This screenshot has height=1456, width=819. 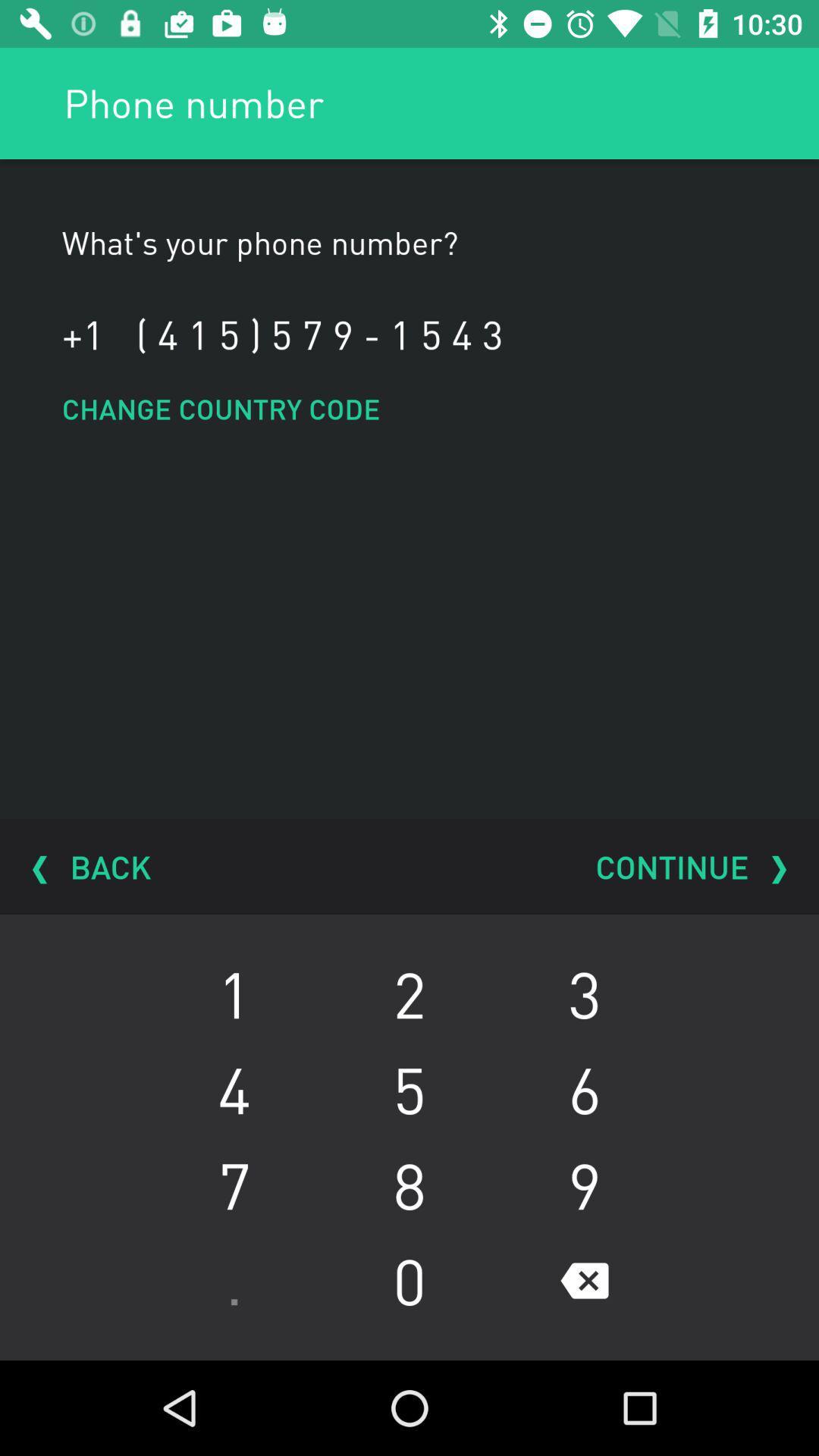 I want to click on 7, so click(x=234, y=1185).